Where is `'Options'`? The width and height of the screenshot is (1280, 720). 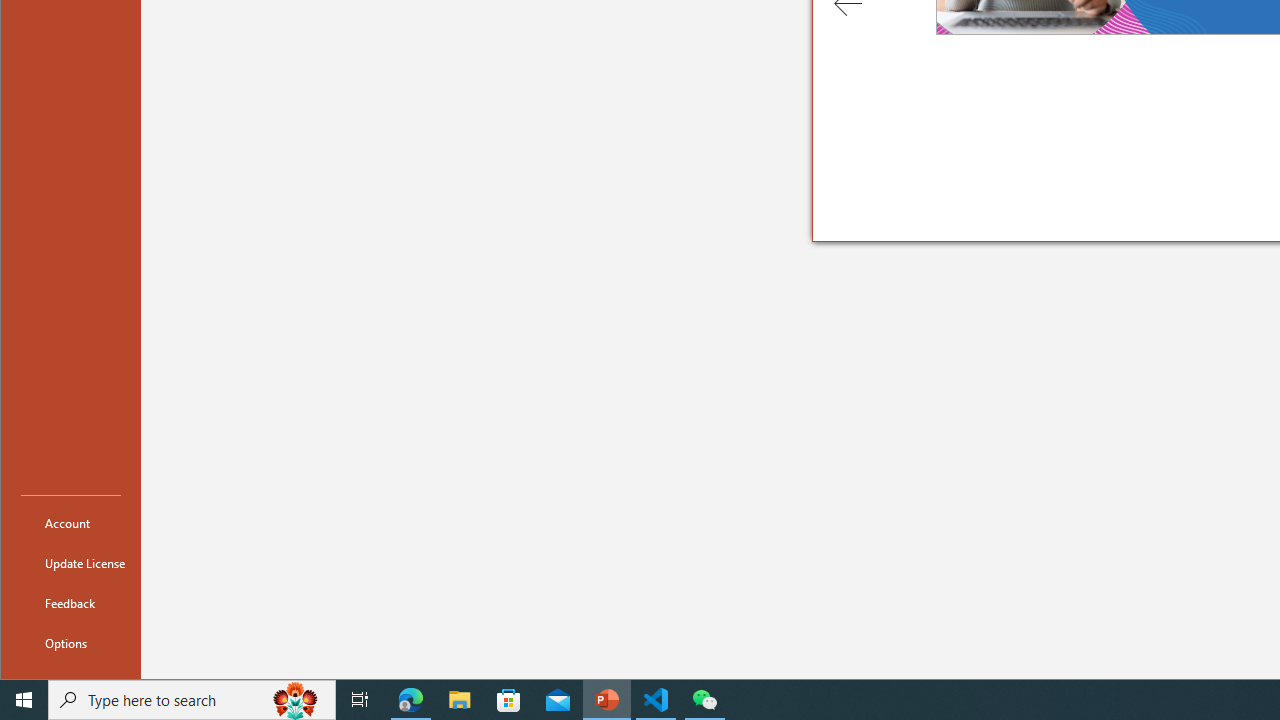 'Options' is located at coordinates (71, 642).